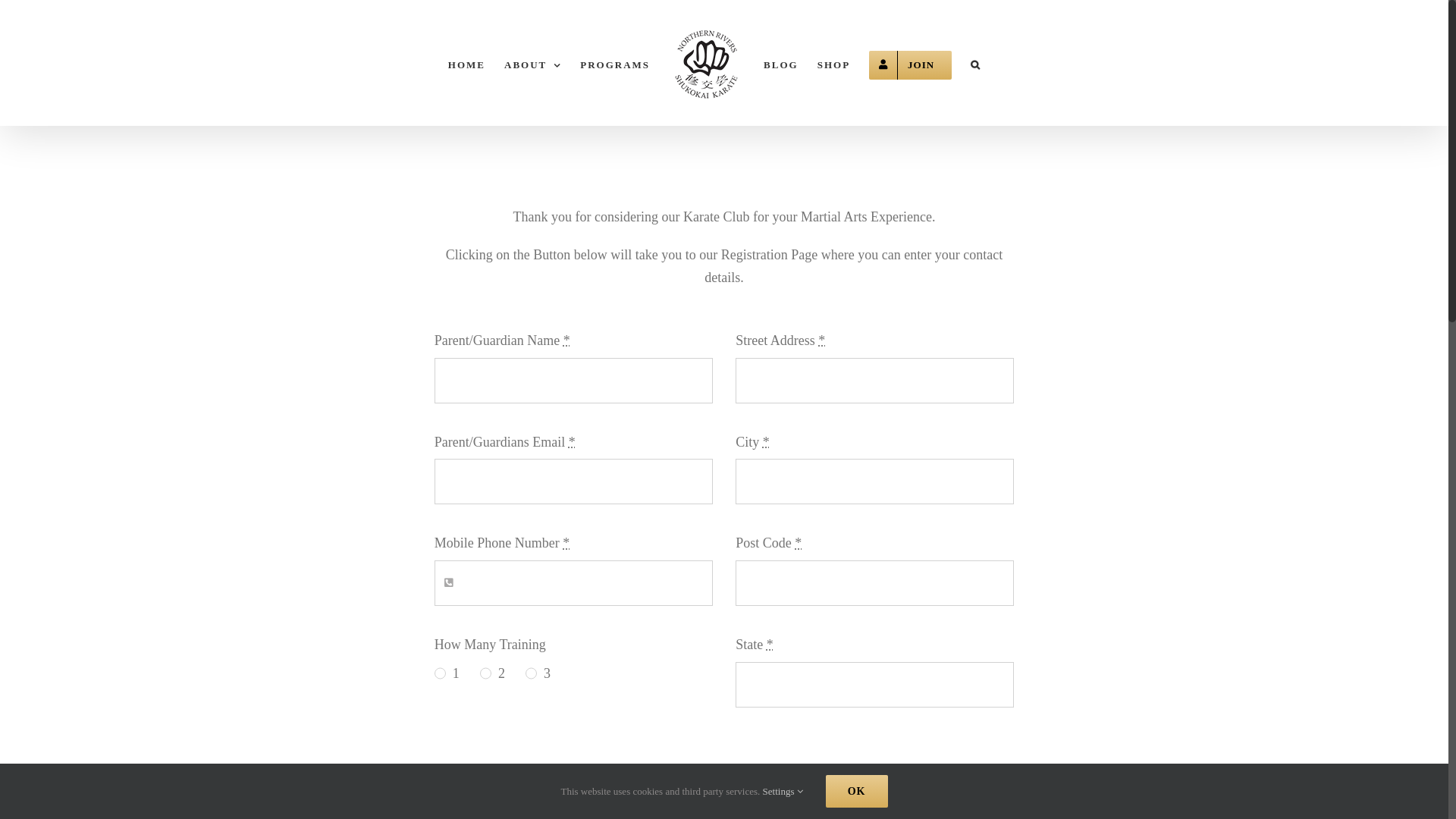 This screenshot has height=819, width=1456. Describe the element at coordinates (532, 62) in the screenshot. I see `'ABOUT'` at that location.